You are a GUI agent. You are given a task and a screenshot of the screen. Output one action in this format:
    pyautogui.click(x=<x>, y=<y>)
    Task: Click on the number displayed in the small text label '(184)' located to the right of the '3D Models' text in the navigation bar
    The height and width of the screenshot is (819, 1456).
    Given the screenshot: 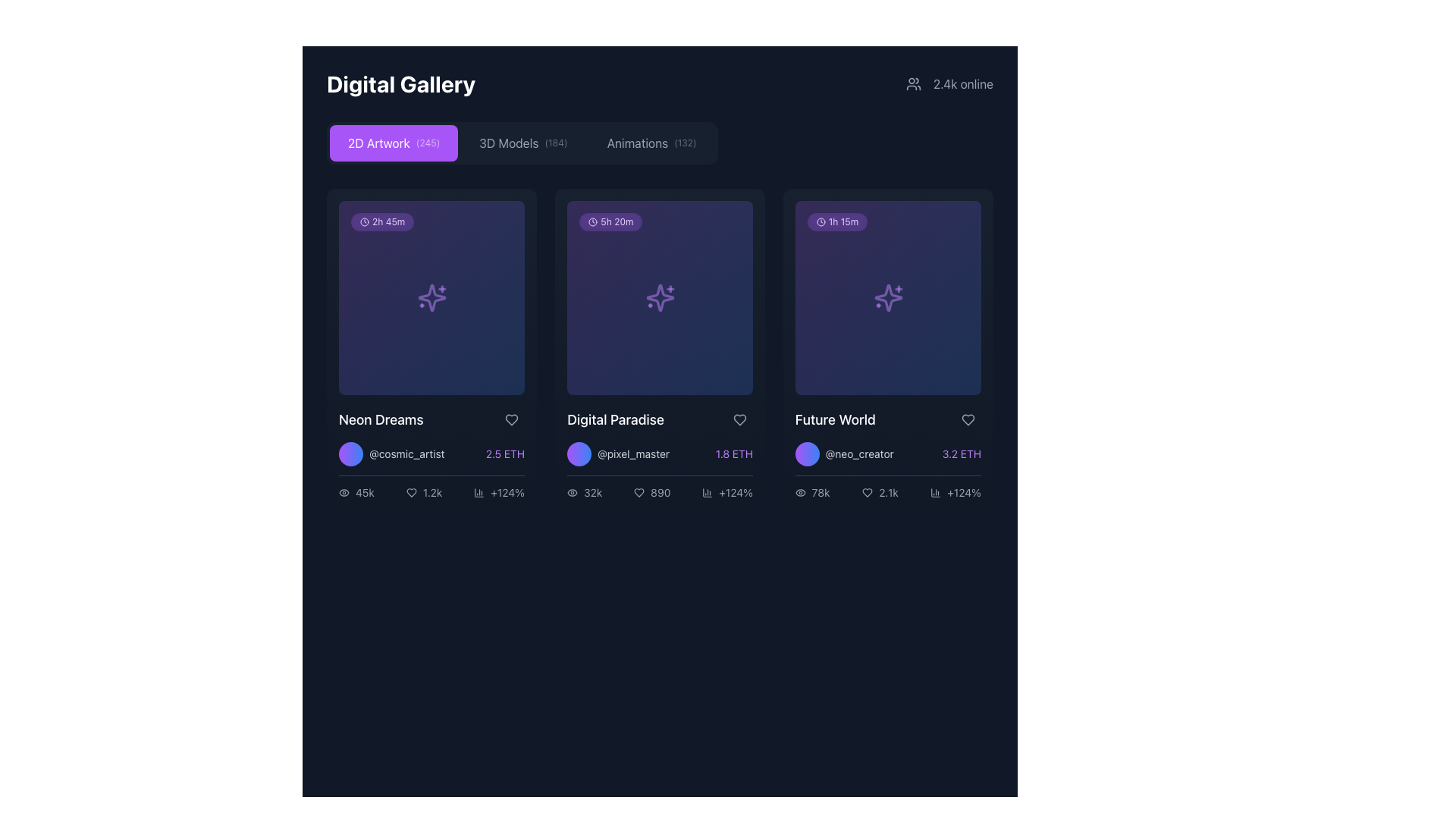 What is the action you would take?
    pyautogui.click(x=555, y=143)
    